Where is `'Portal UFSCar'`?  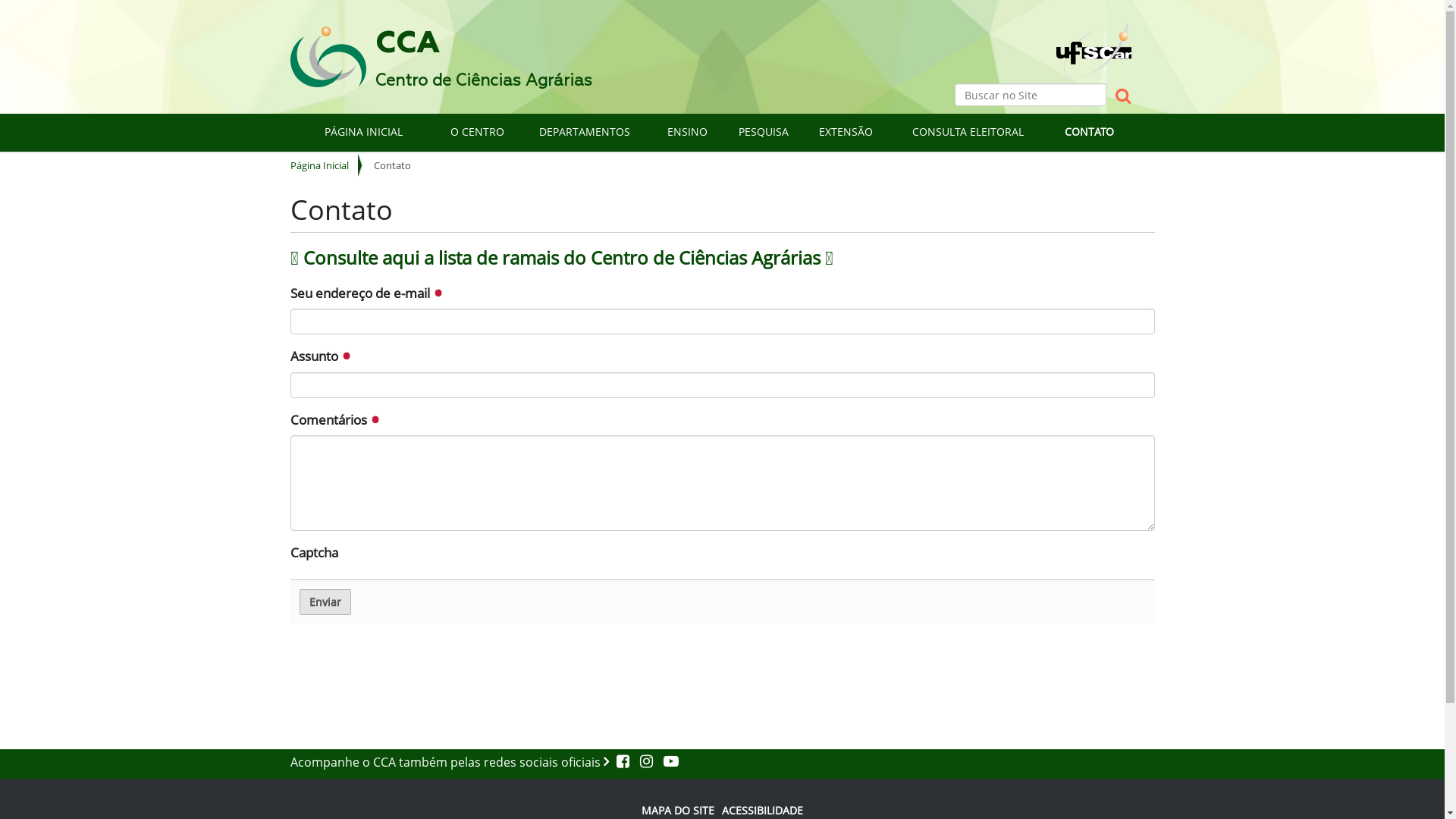
'Portal UFSCar' is located at coordinates (1093, 36).